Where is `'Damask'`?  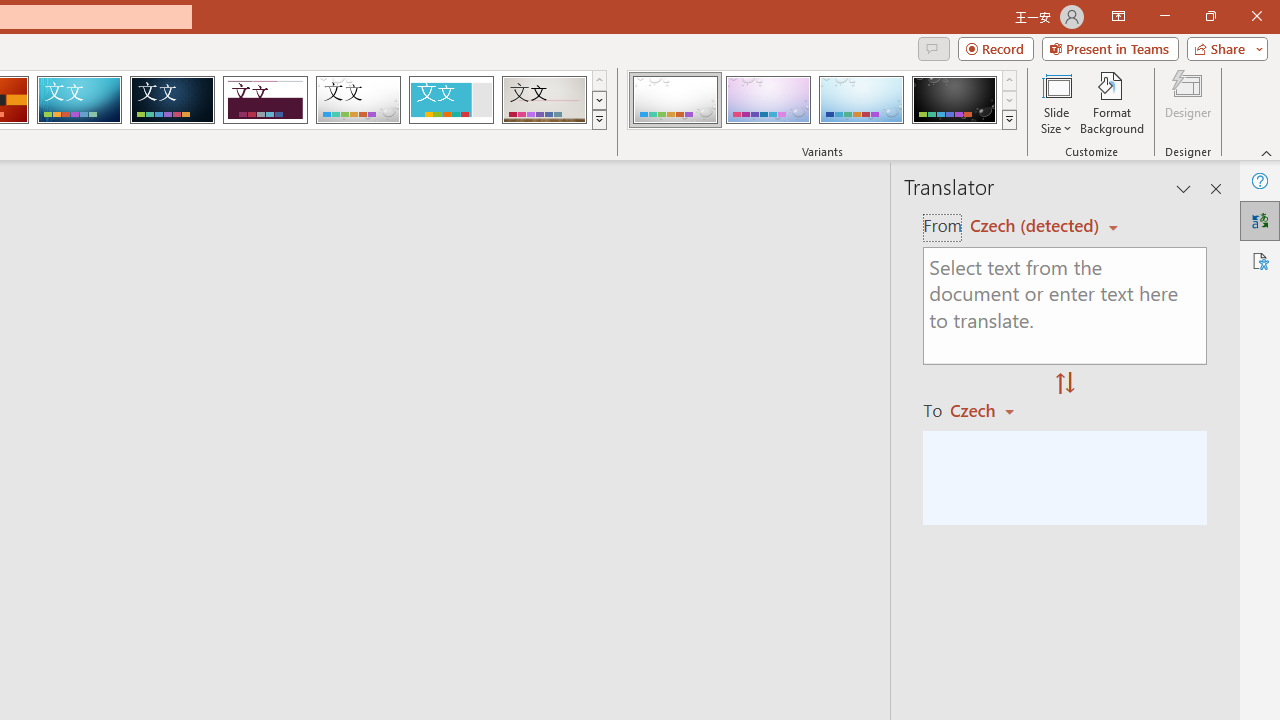 'Damask' is located at coordinates (172, 100).